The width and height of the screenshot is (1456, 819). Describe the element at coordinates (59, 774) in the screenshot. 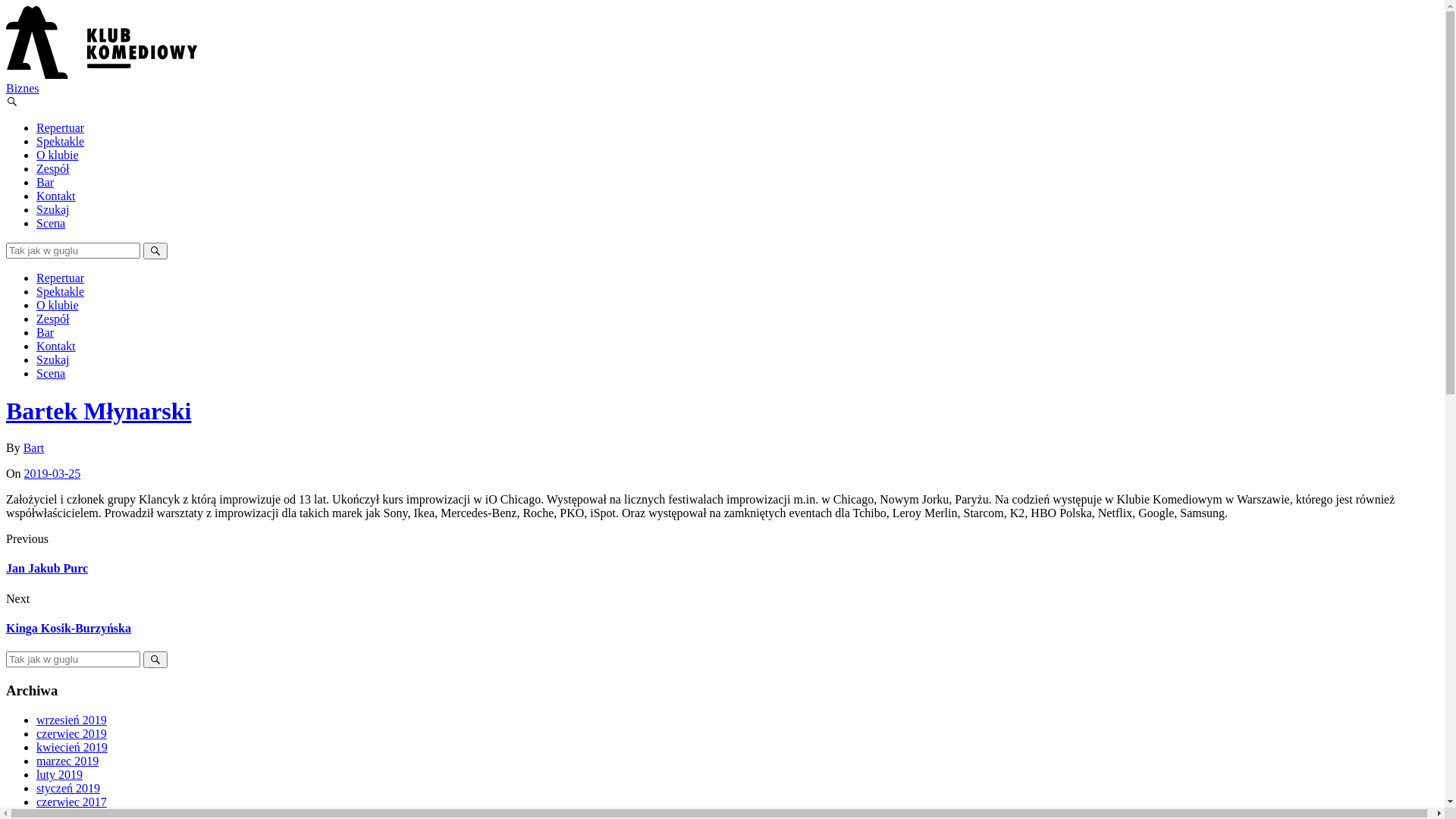

I see `'luty 2019'` at that location.